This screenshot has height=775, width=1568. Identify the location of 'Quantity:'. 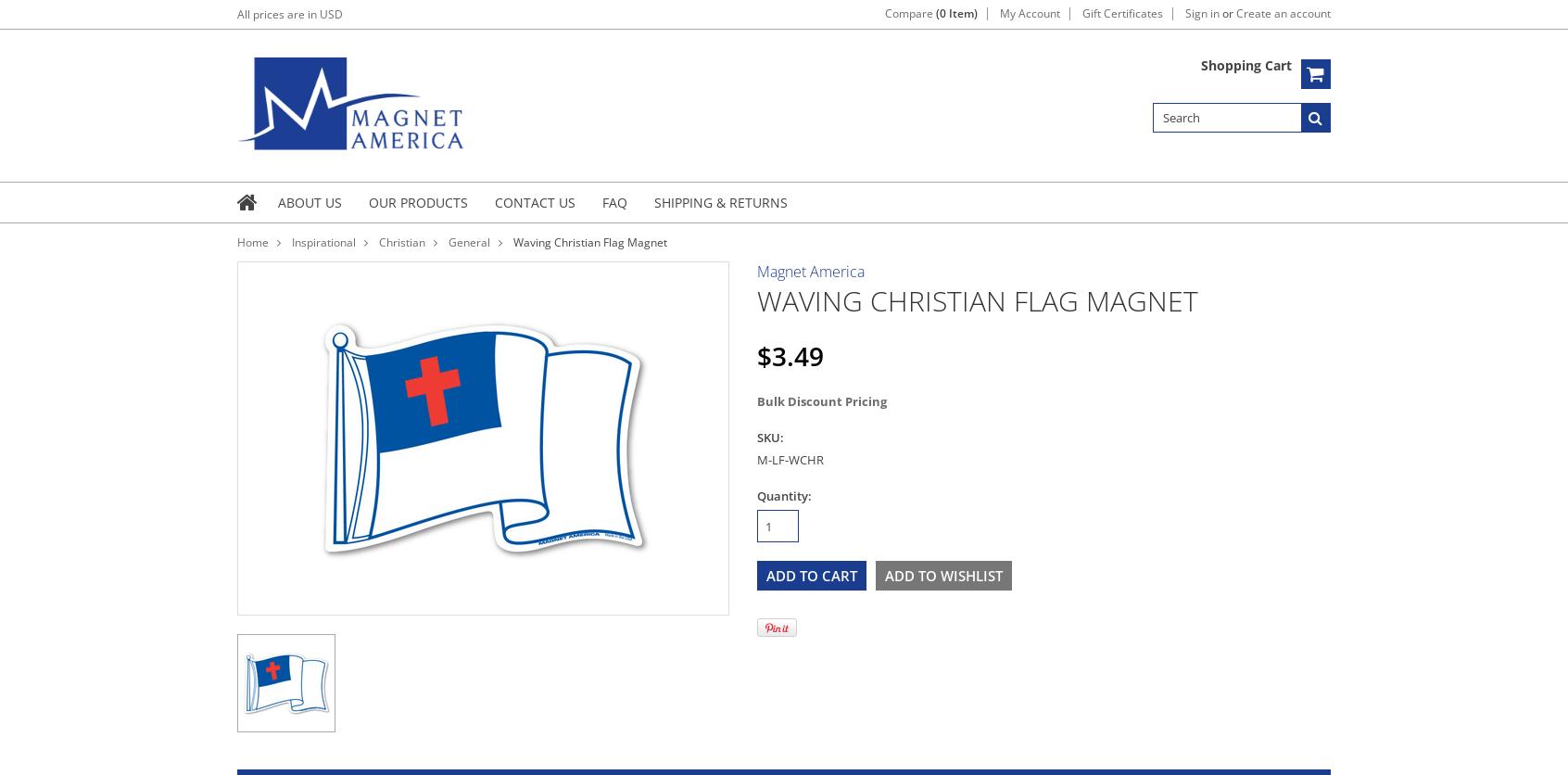
(784, 495).